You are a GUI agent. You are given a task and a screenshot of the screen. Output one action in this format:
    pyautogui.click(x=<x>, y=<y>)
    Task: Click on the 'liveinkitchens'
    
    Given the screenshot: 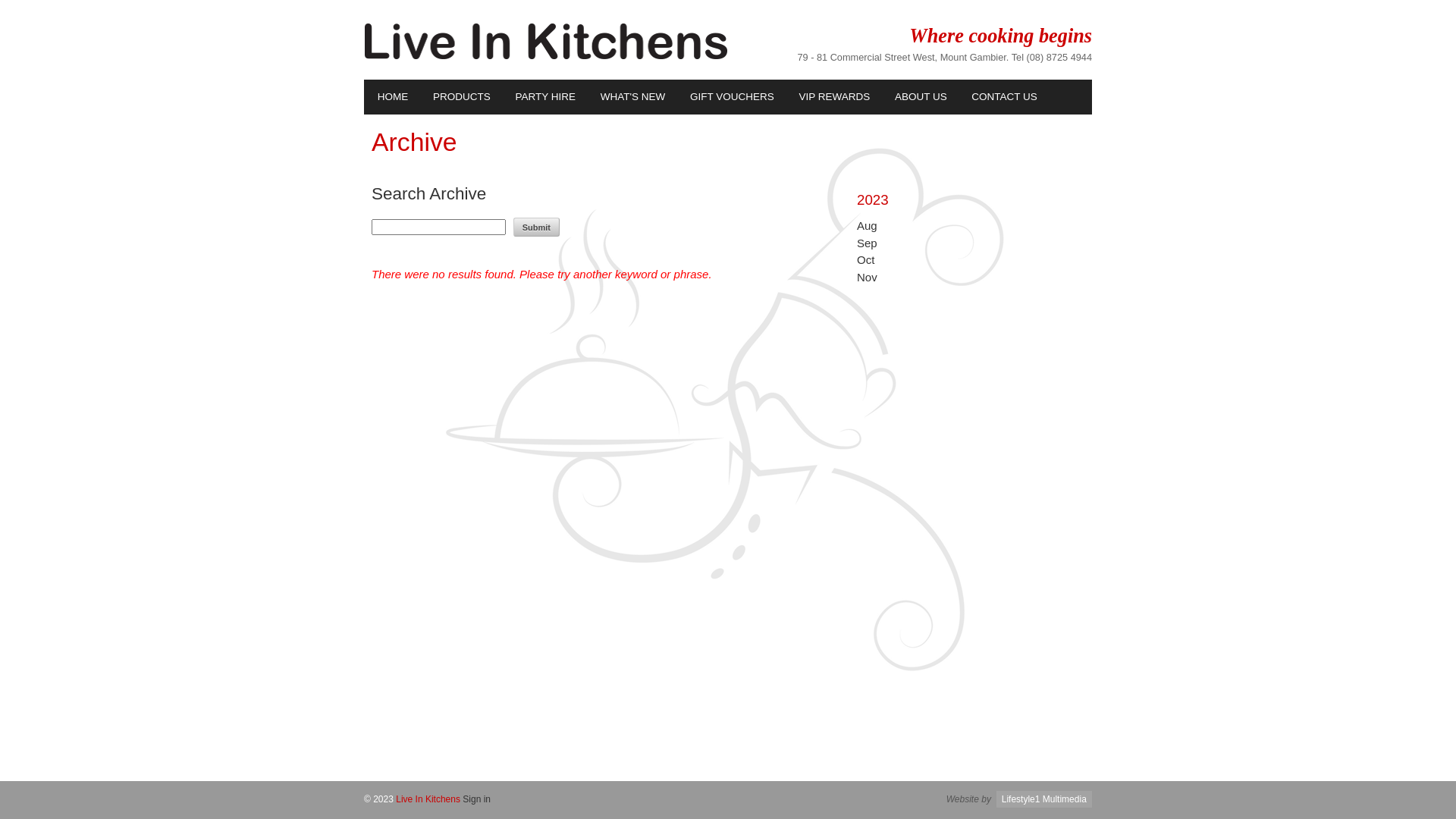 What is the action you would take?
    pyautogui.click(x=546, y=55)
    